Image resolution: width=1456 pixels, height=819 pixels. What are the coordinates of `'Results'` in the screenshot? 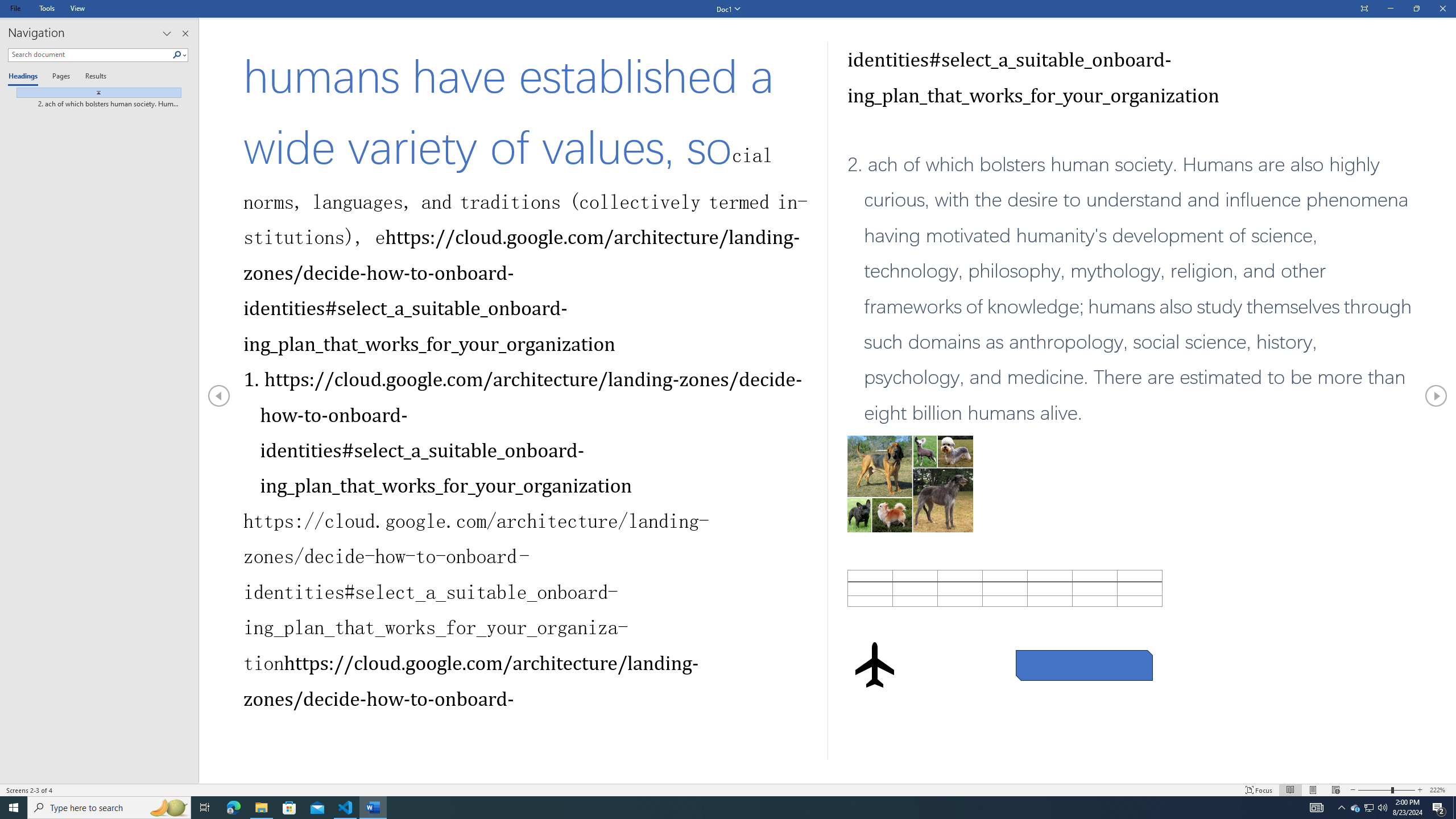 It's located at (91, 76).